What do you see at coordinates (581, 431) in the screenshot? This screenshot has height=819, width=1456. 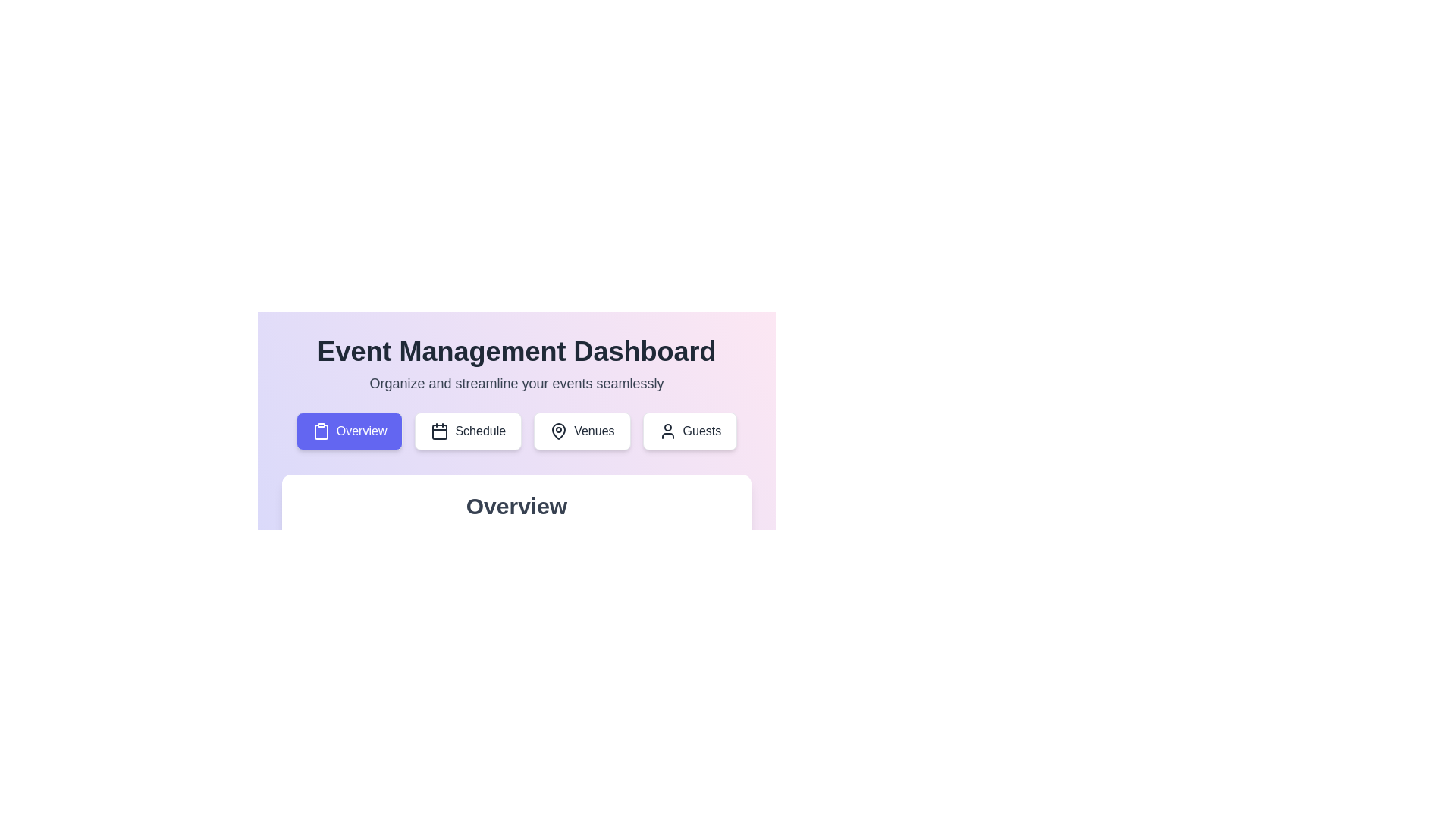 I see `the Venues tab by clicking on its button` at bounding box center [581, 431].